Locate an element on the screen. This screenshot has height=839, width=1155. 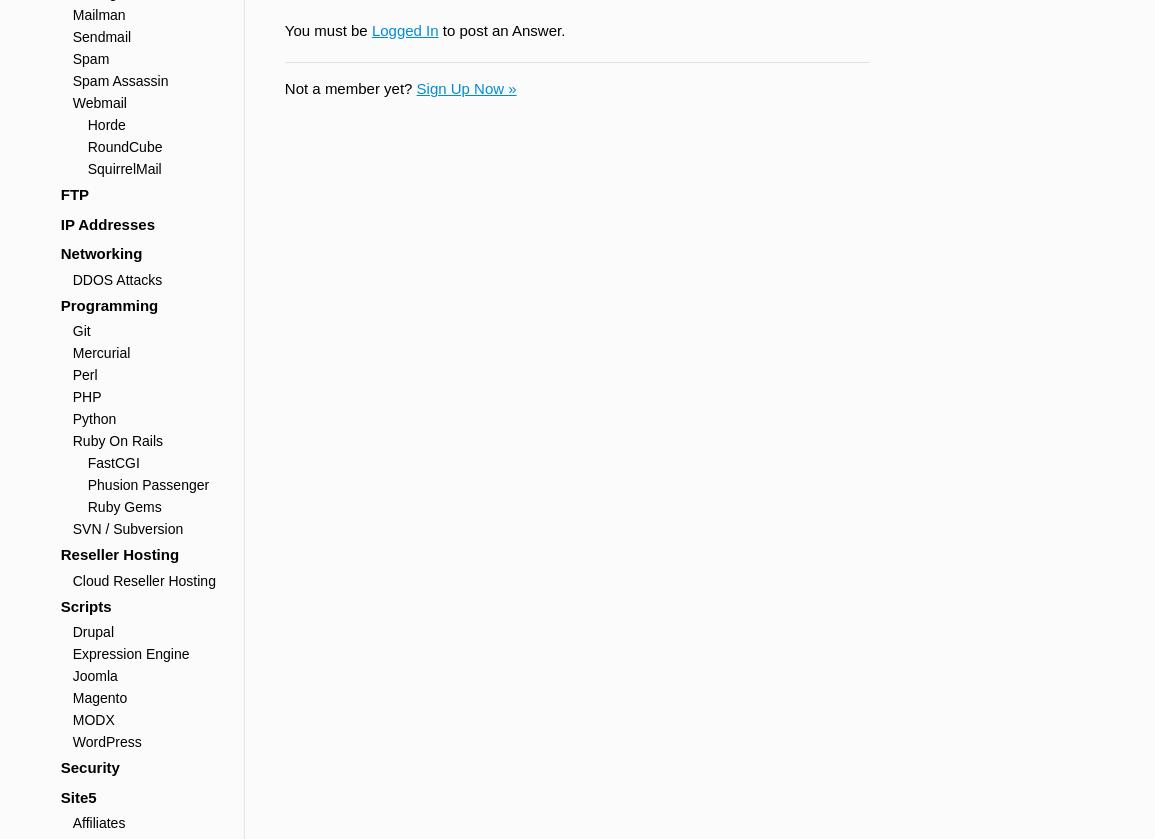
'FTP' is located at coordinates (73, 194).